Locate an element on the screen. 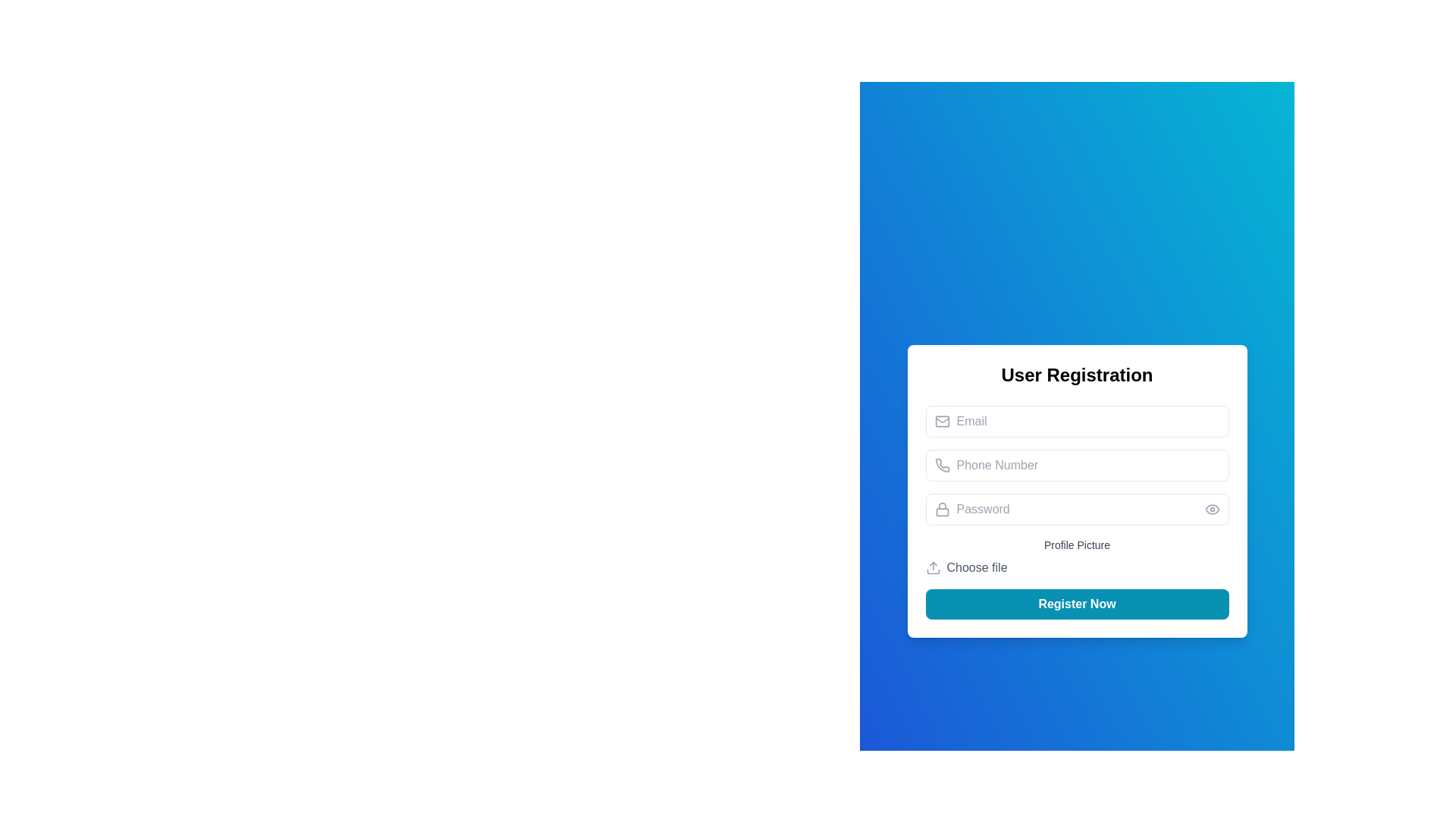 The image size is (1456, 819). the small gray upload icon with an upward-pointing arrow, located to the left of the 'Choose file' option is located at coordinates (931, 567).